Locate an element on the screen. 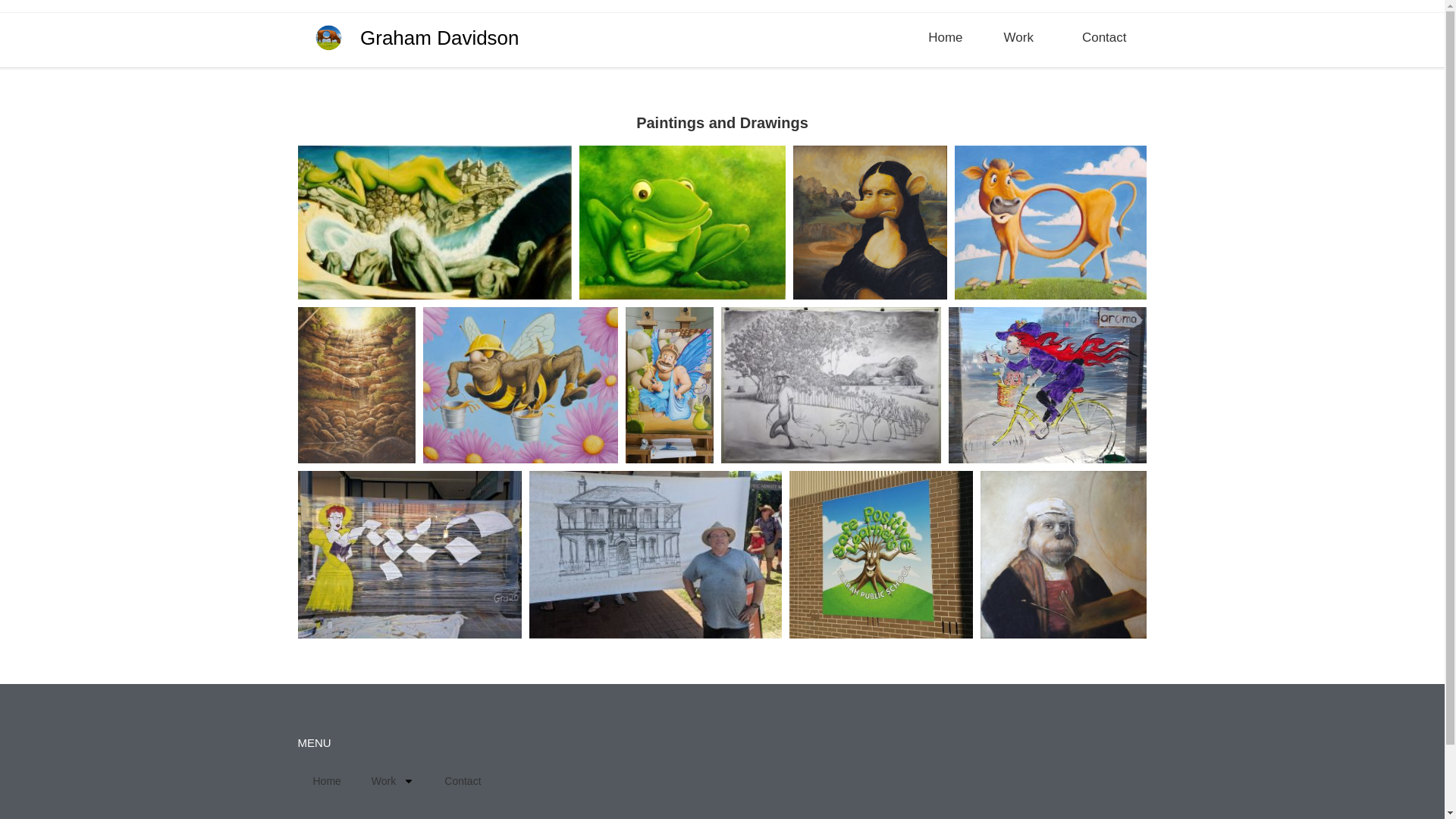 The height and width of the screenshot is (819, 1456). 'Contact' is located at coordinates (461, 780).